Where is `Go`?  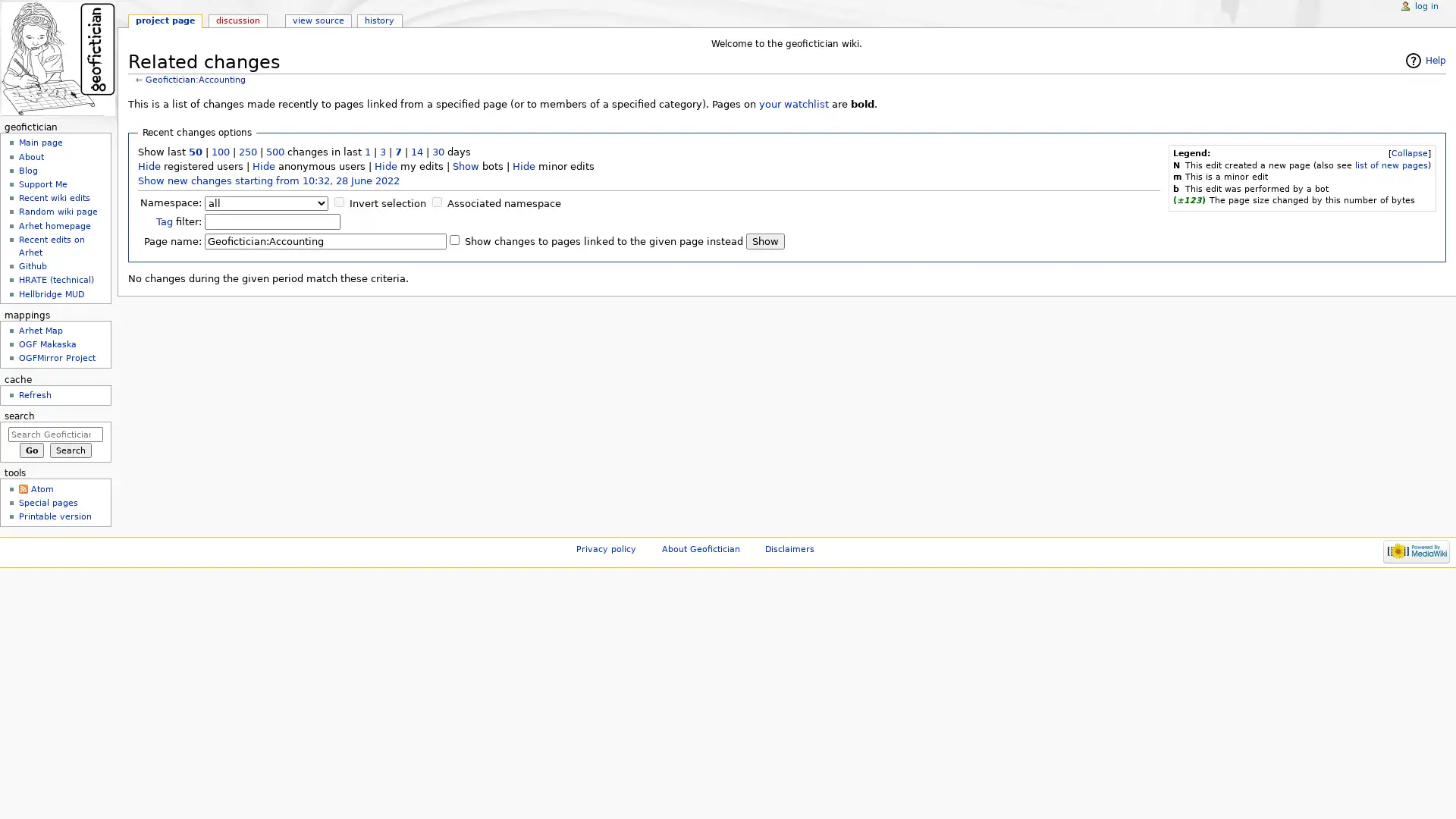 Go is located at coordinates (31, 450).